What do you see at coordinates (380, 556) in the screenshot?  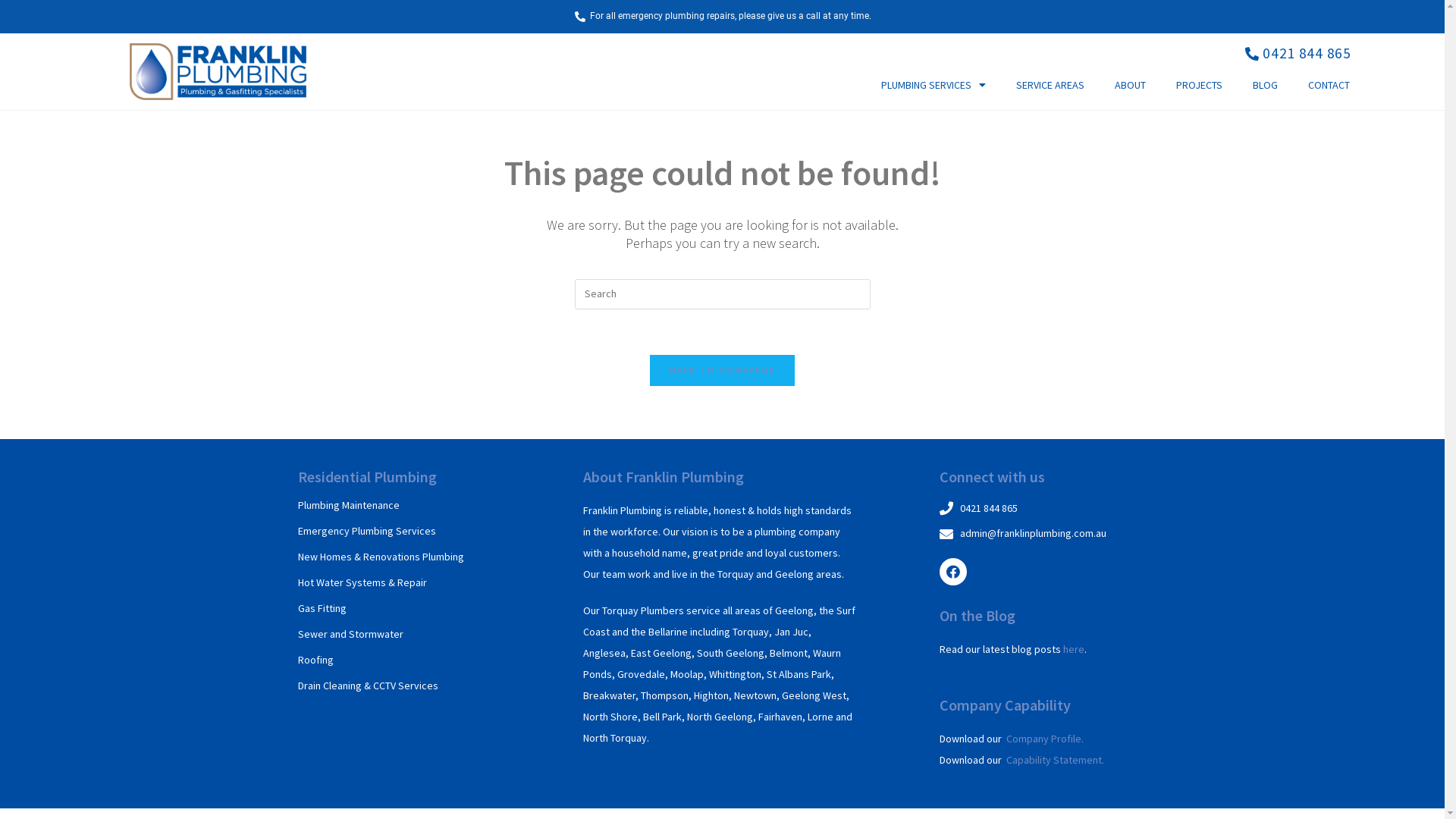 I see `'New Homes & Renovations Plumbing'` at bounding box center [380, 556].